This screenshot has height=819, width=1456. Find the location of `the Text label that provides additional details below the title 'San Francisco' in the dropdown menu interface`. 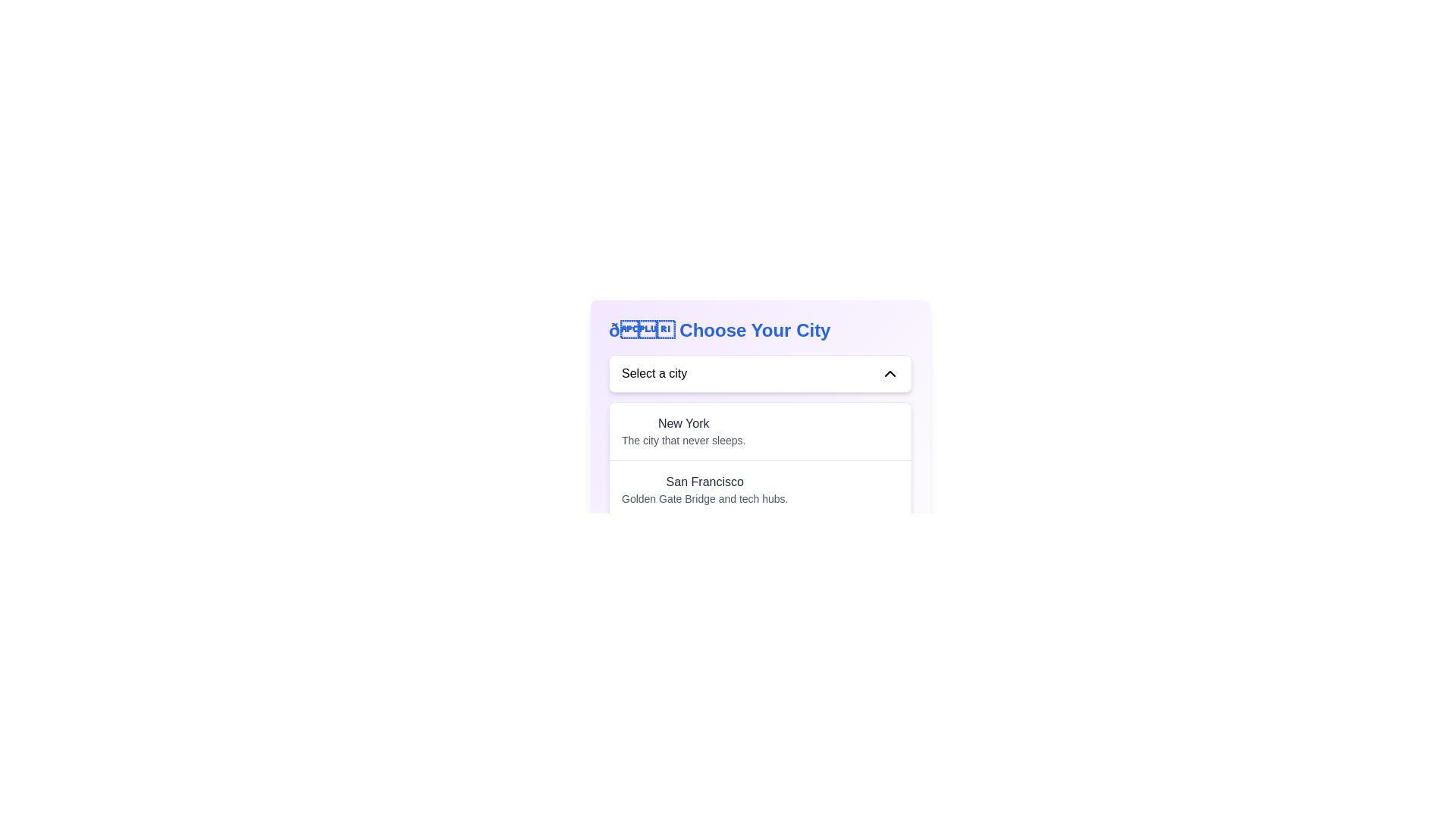

the Text label that provides additional details below the title 'San Francisco' in the dropdown menu interface is located at coordinates (704, 499).